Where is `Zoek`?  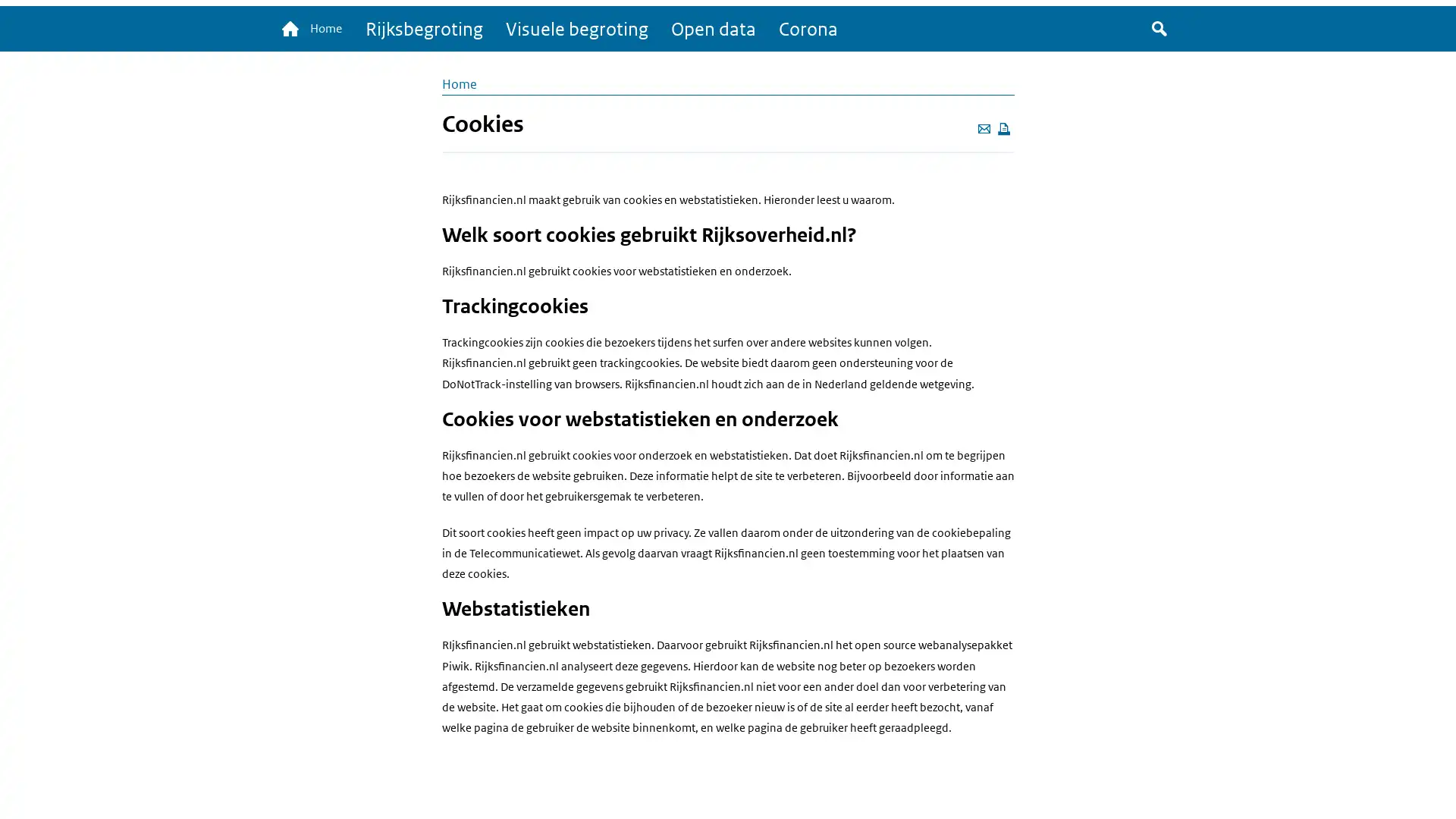 Zoek is located at coordinates (1159, 30).